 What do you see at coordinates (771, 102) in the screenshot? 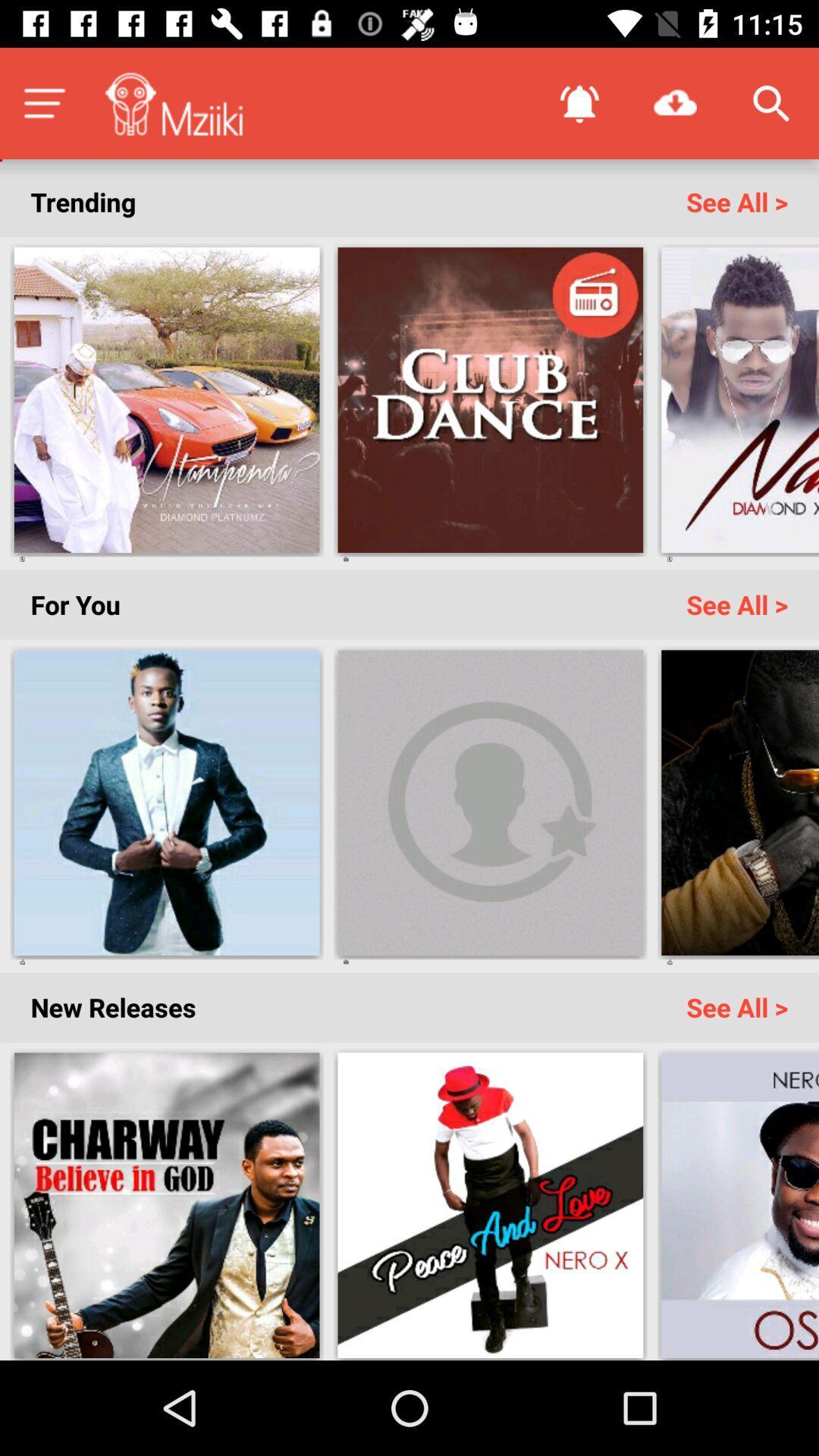
I see `the icon above the see all > icon` at bounding box center [771, 102].